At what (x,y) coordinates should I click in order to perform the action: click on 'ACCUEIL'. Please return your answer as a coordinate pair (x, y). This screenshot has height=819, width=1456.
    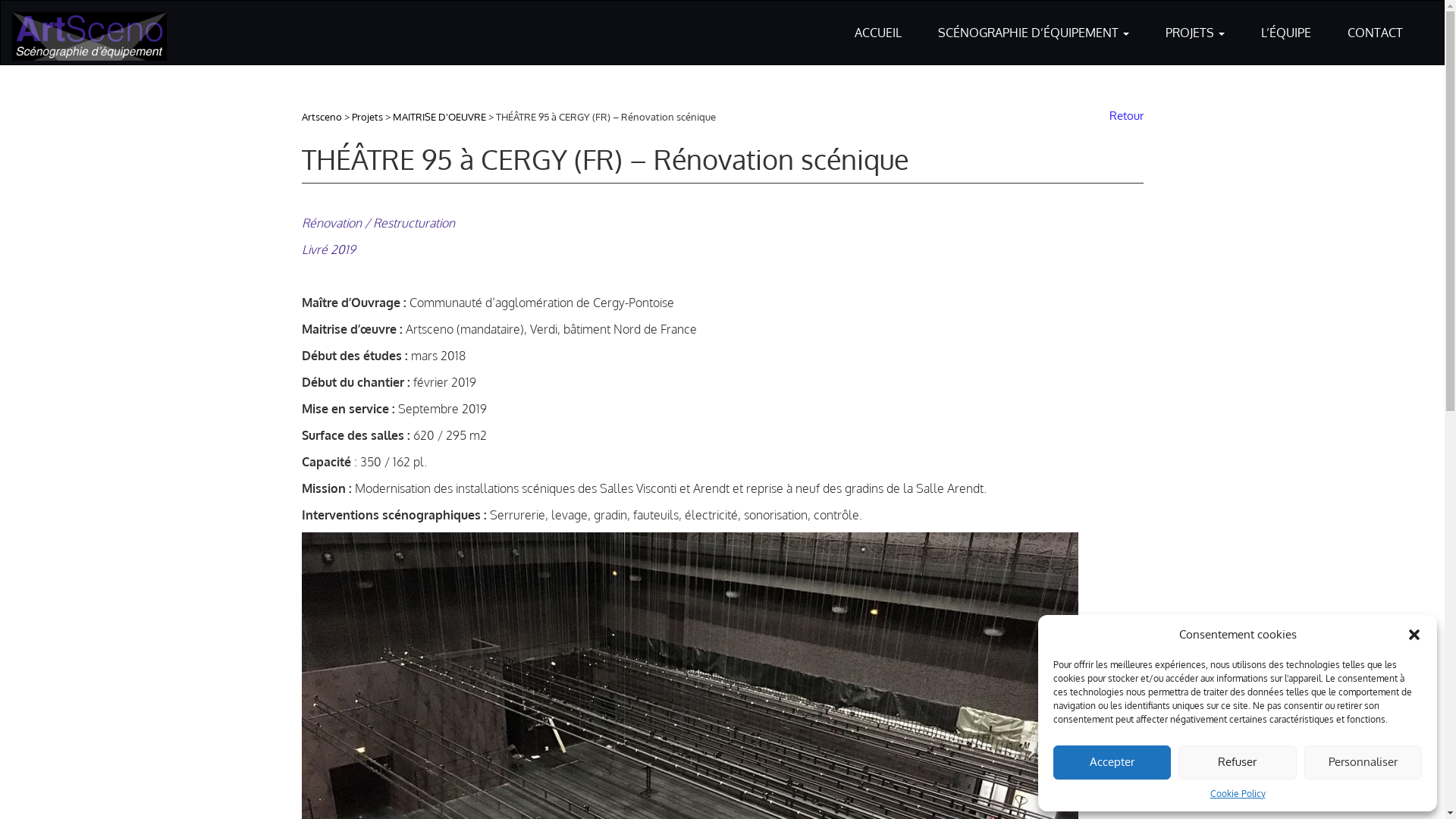
    Looking at the image, I should click on (877, 23).